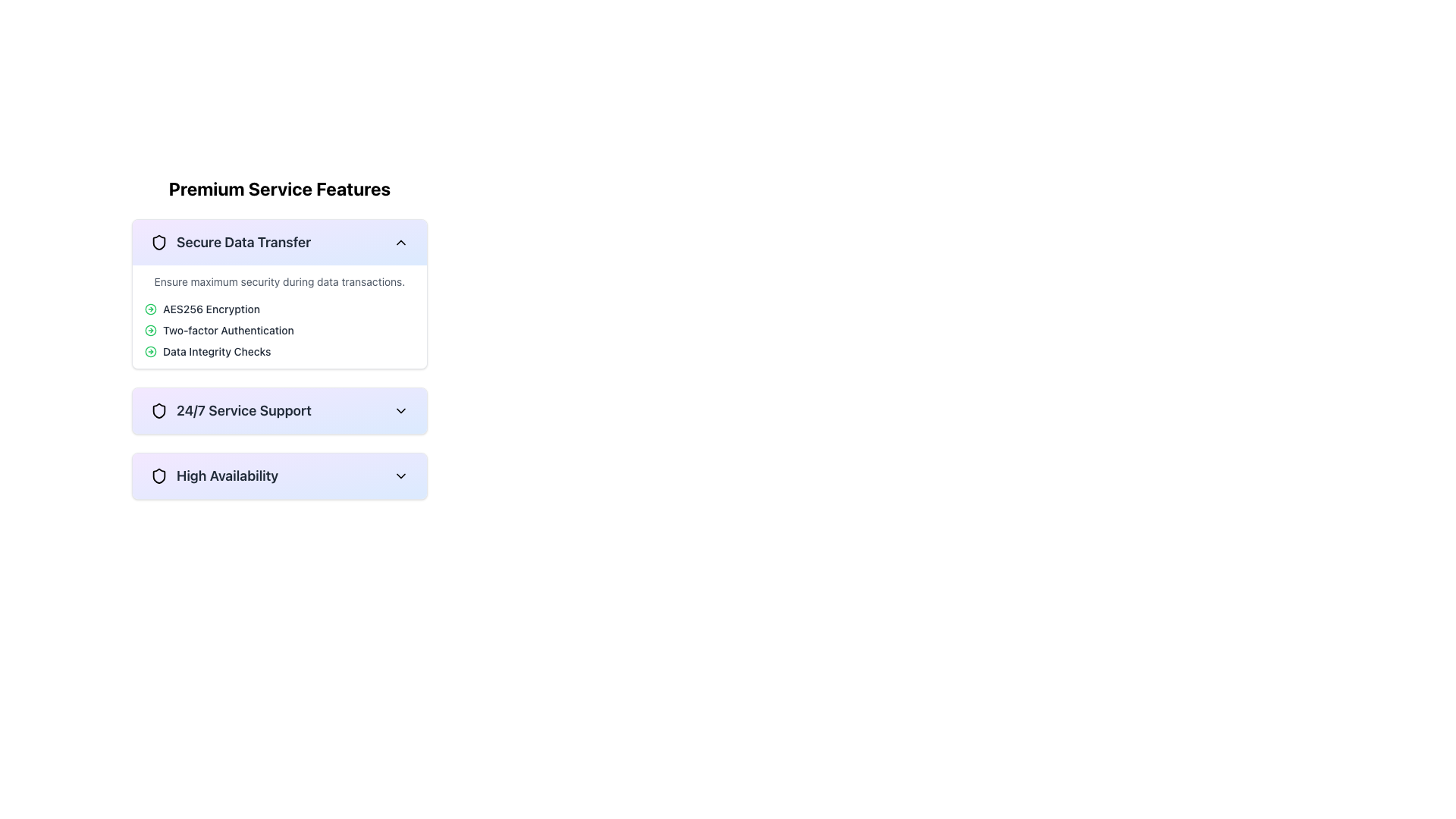  I want to click on the 'AES256 Encryption' text label located within the 'Secure Data Transfer' section, which describes a feature of the service offering, so click(210, 309).